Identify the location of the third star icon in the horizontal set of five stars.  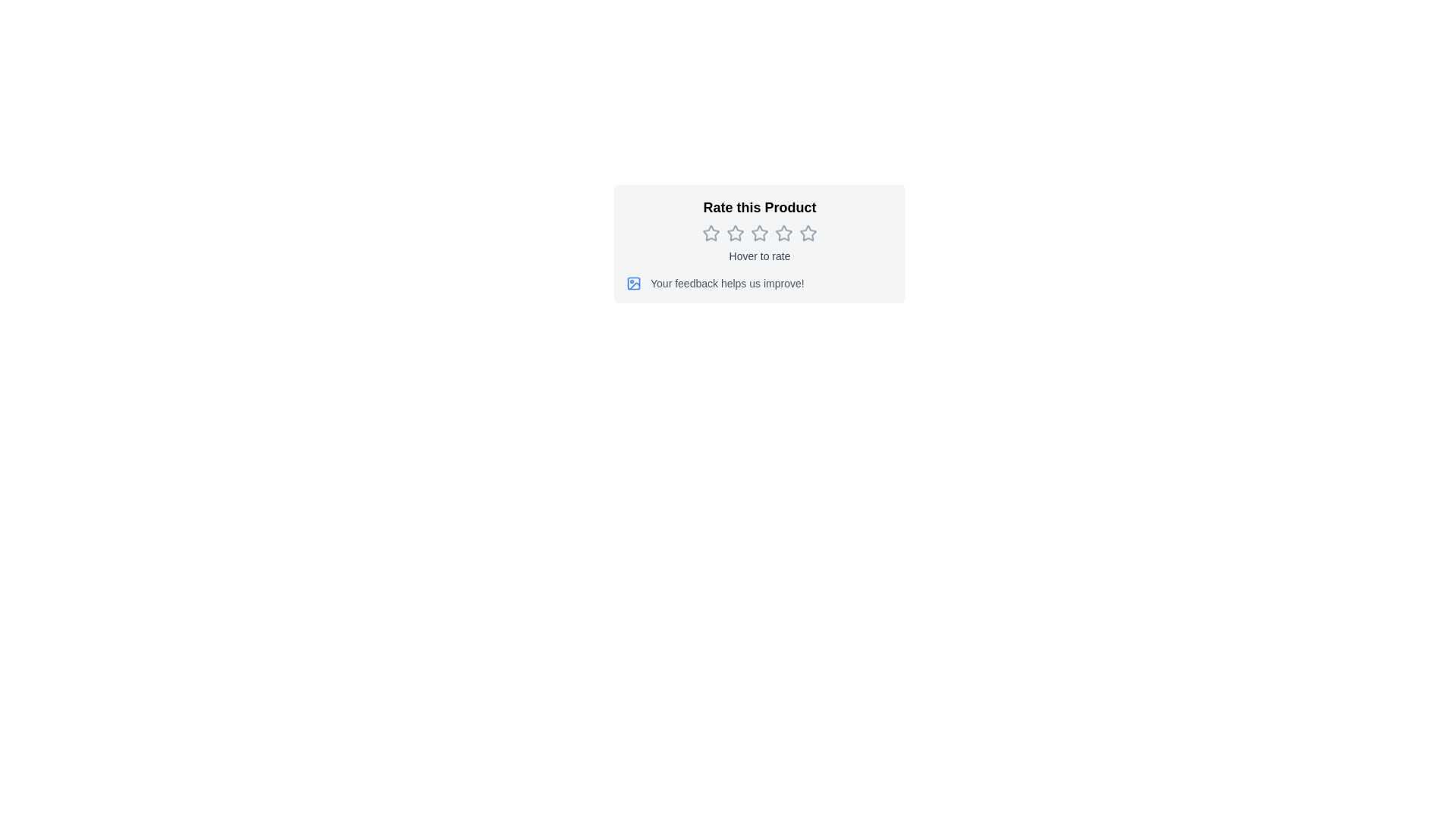
(783, 233).